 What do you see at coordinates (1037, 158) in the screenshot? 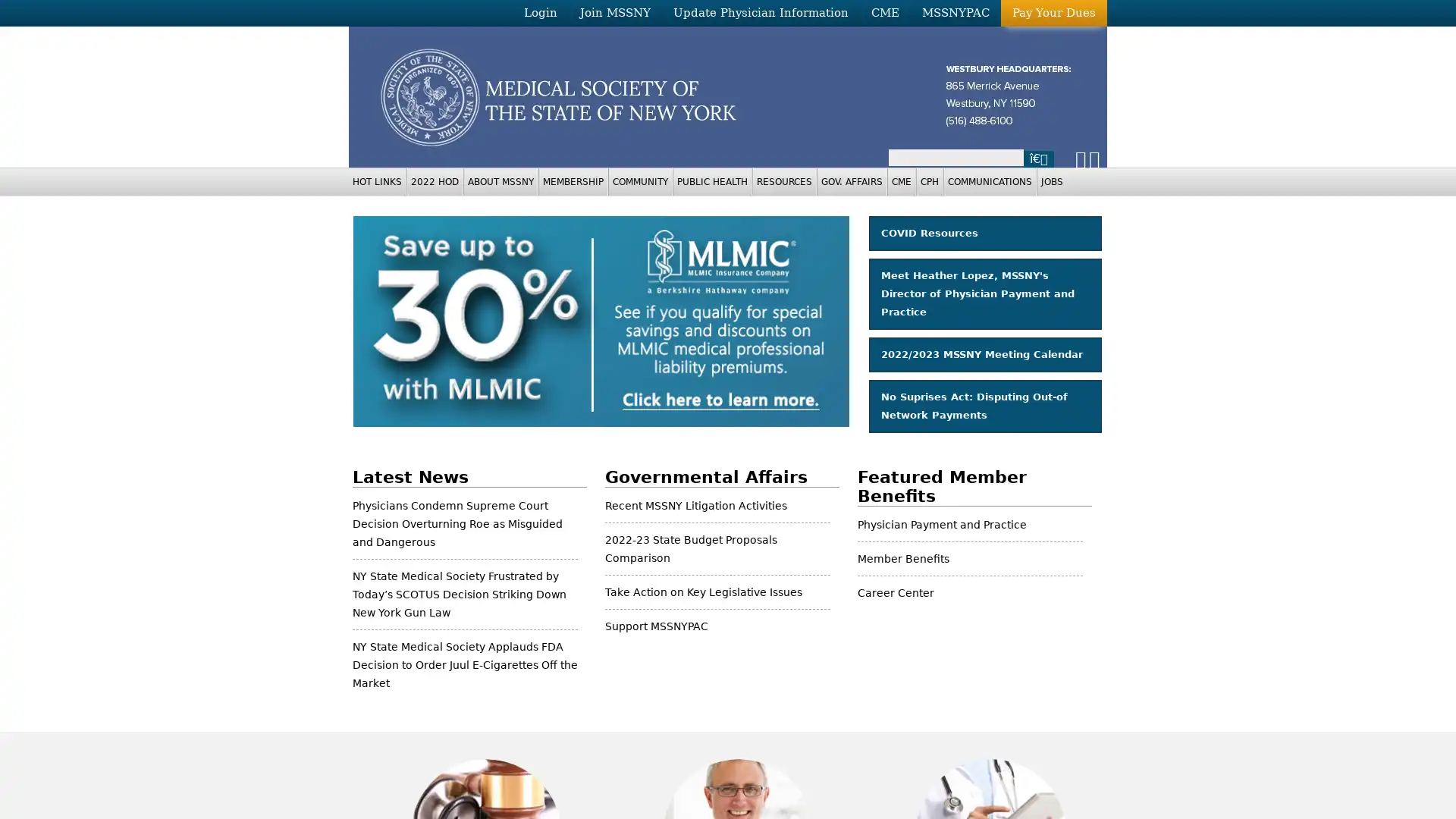
I see `i` at bounding box center [1037, 158].